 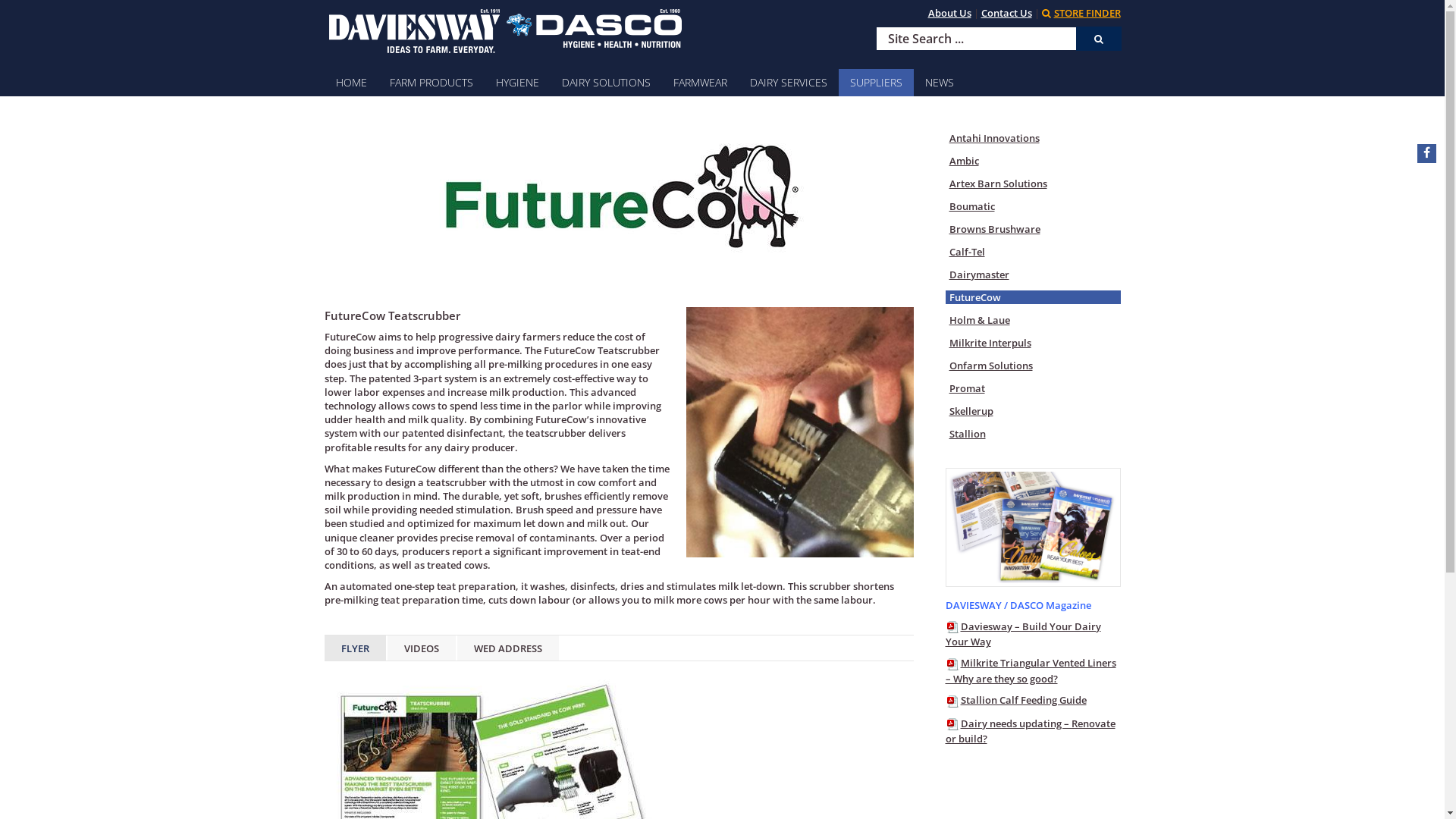 I want to click on 'FARMWEAR', so click(x=698, y=82).